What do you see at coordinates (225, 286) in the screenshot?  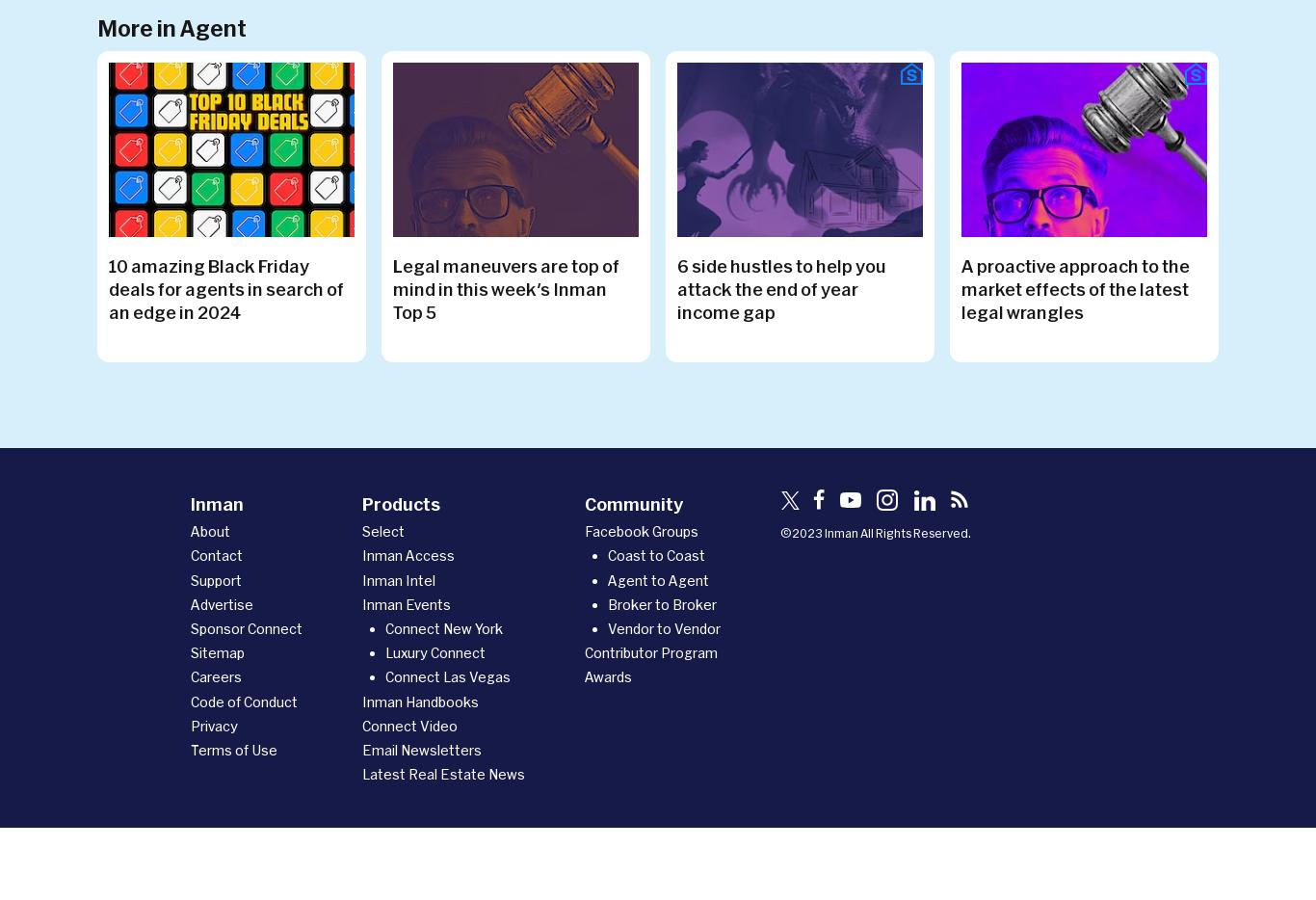 I see `'10 amazing Black Friday deals for agents in search of an edge in 2024'` at bounding box center [225, 286].